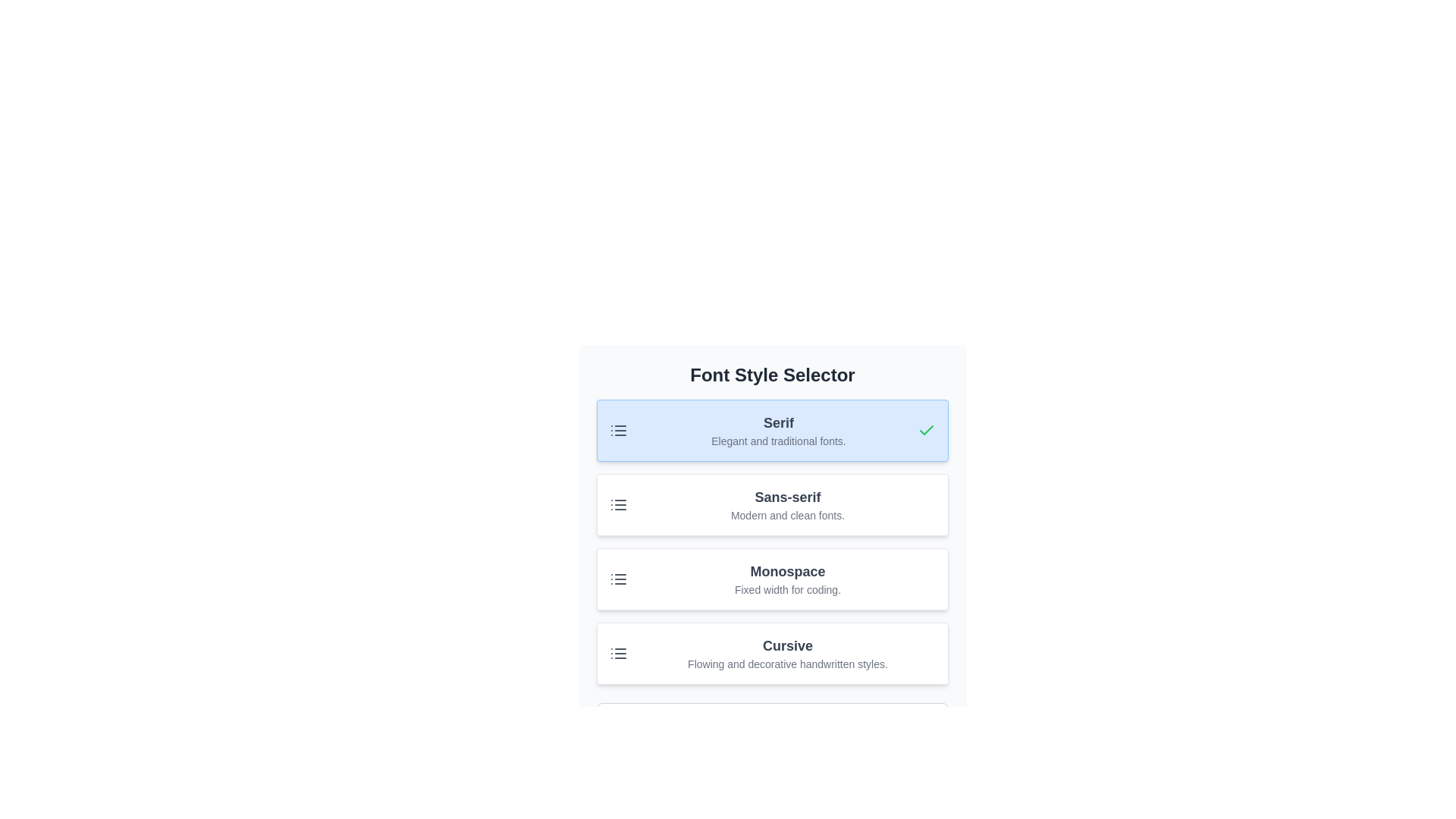  Describe the element at coordinates (779, 430) in the screenshot. I see `the informational text block that provides the title and description for a traditional and elegant font style option, which is located centrally in a selectable card with a blue background and a border` at that location.